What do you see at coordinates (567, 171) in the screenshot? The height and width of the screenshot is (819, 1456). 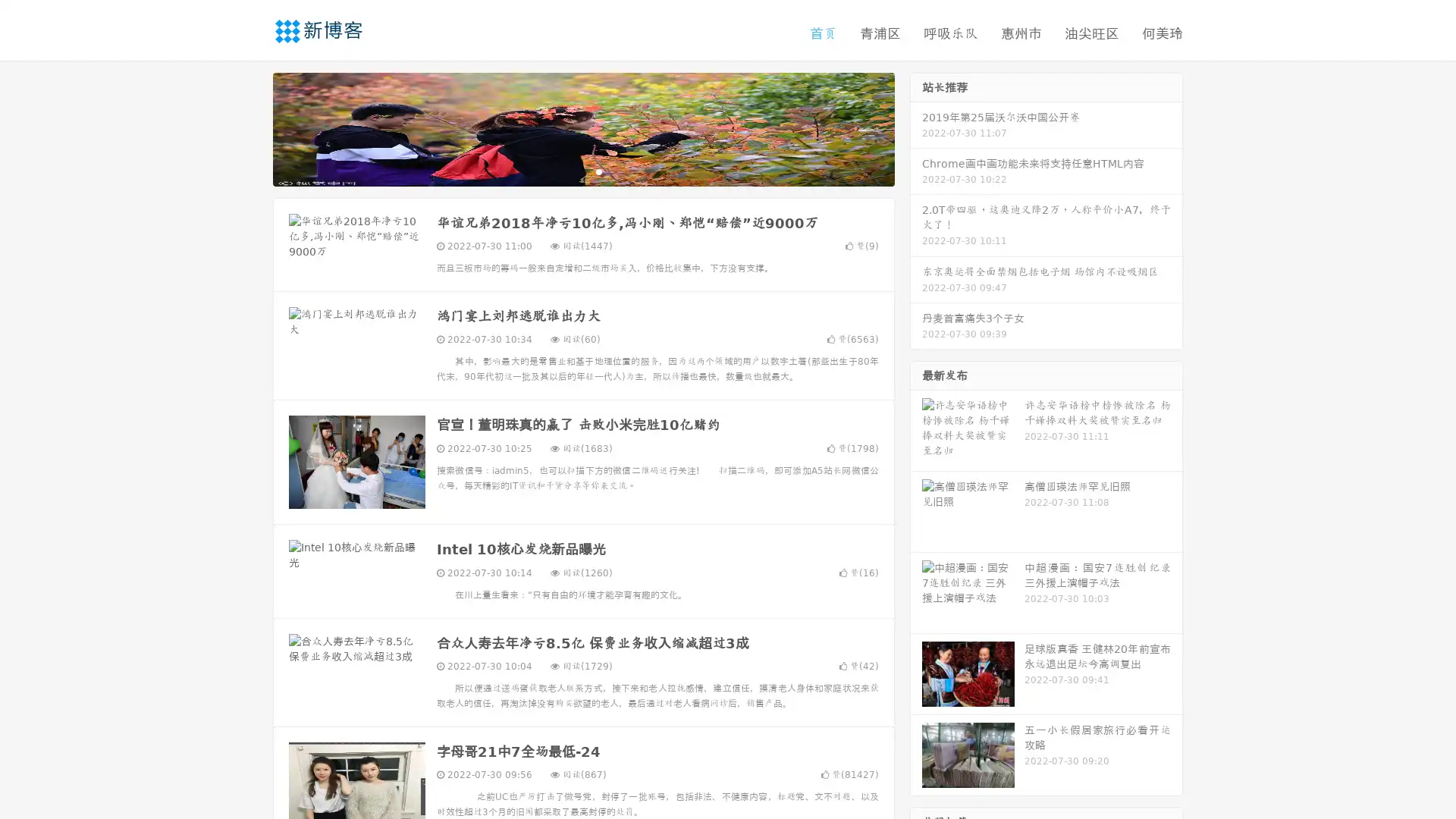 I see `Go to slide 1` at bounding box center [567, 171].